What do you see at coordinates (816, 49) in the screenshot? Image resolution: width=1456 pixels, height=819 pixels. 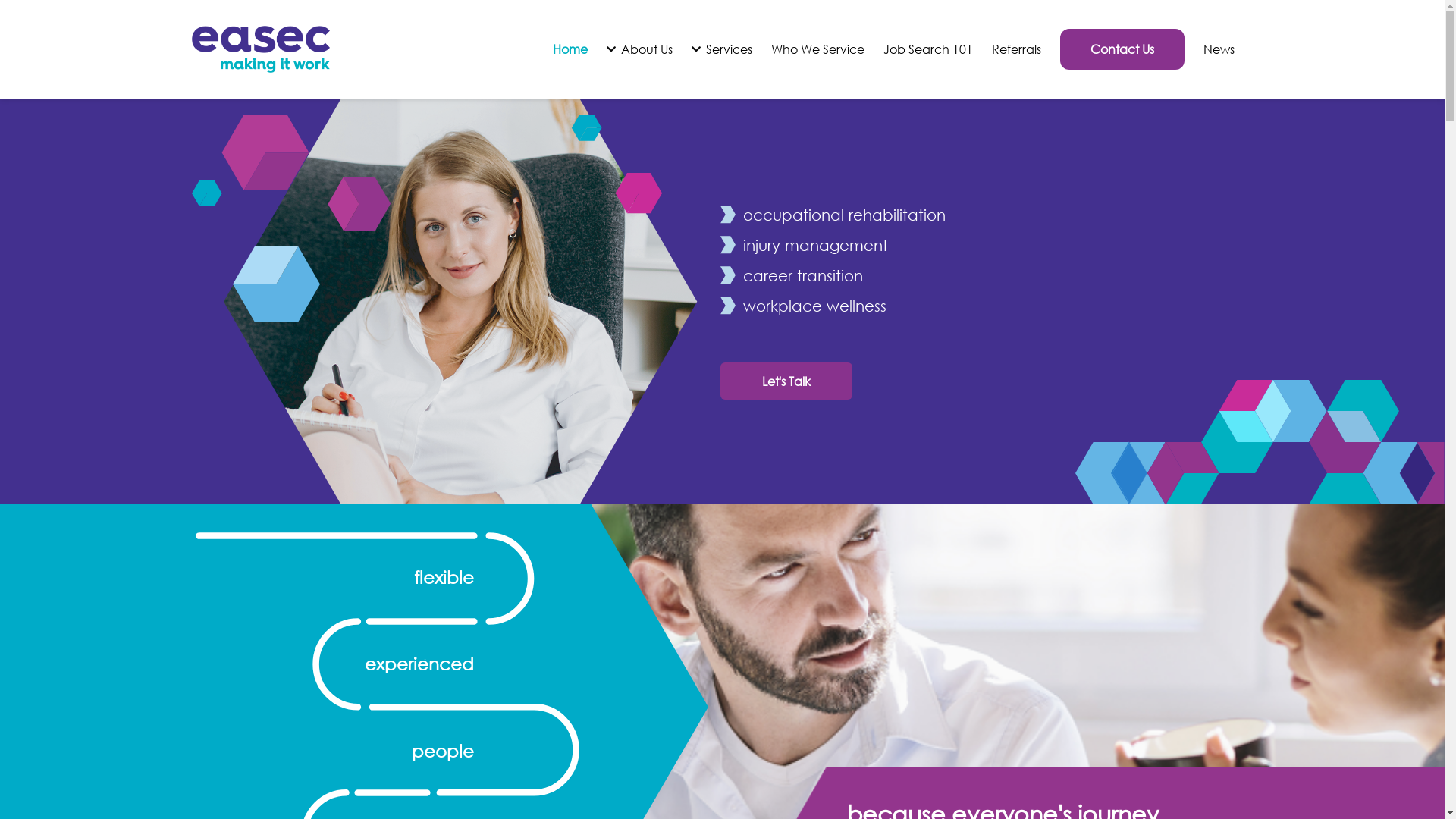 I see `'Who We Service'` at bounding box center [816, 49].